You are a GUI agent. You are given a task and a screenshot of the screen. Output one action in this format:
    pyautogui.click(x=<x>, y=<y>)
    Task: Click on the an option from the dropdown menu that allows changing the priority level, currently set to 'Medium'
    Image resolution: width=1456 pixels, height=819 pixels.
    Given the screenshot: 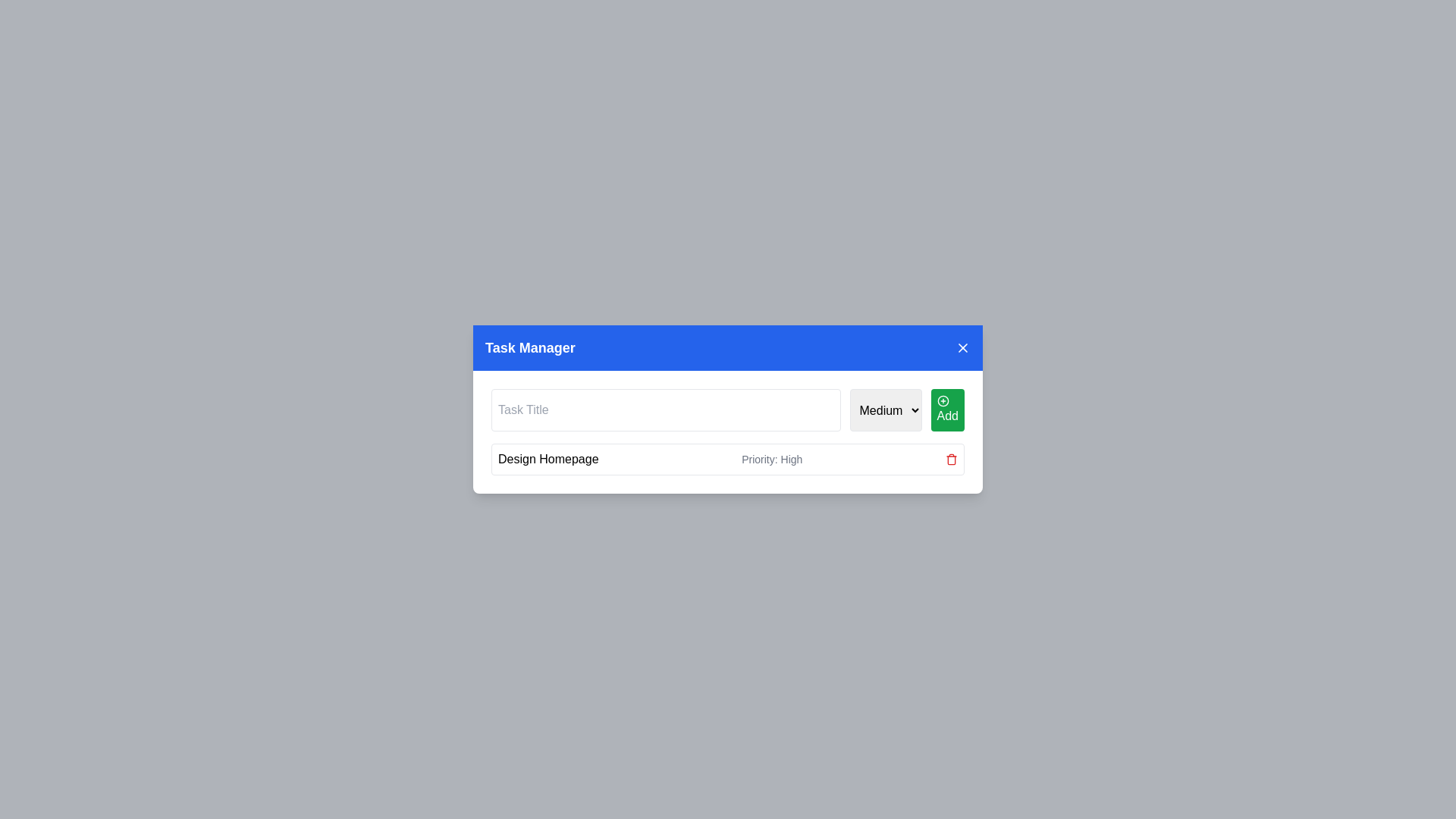 What is the action you would take?
    pyautogui.click(x=885, y=409)
    